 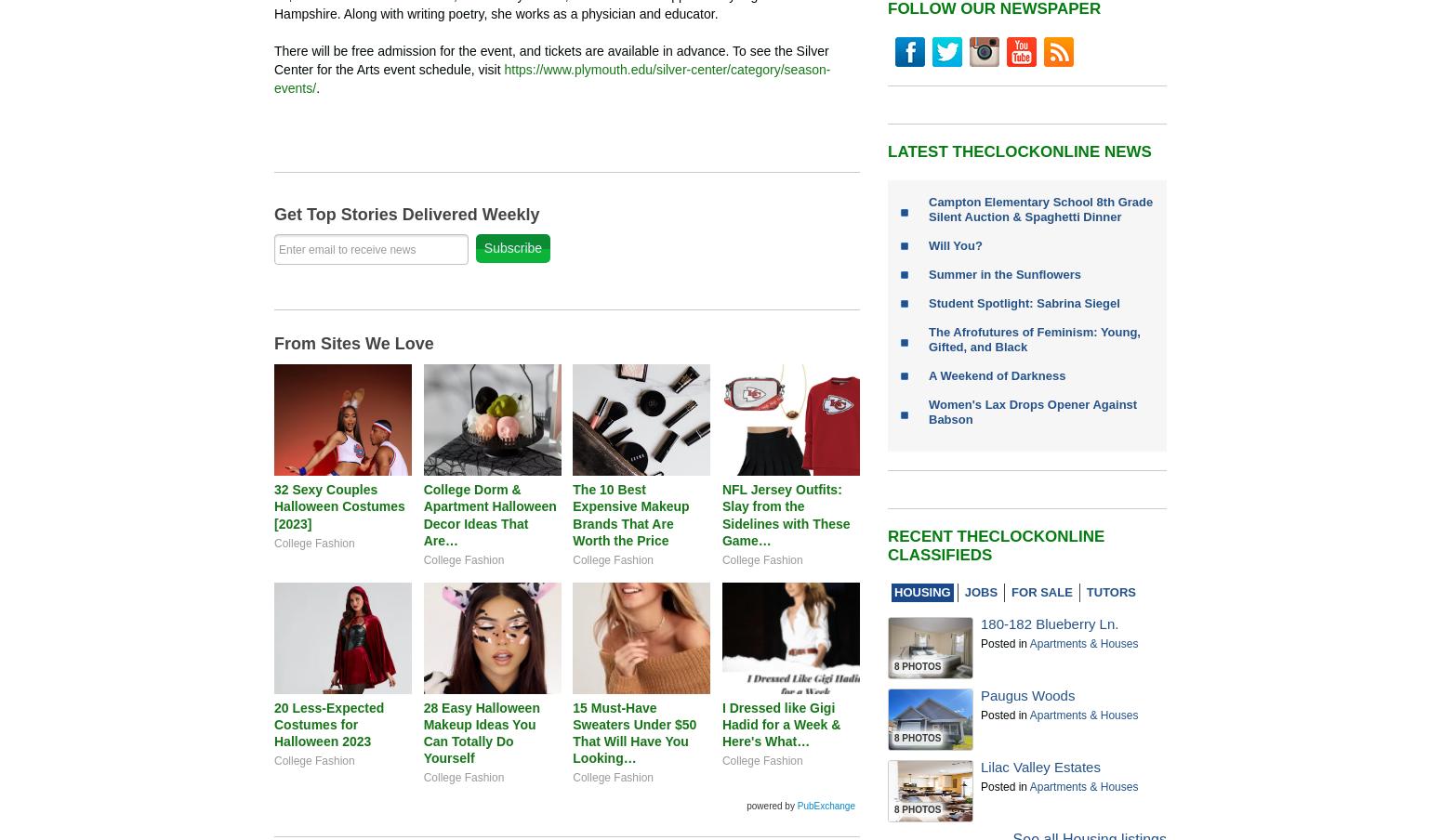 I want to click on 'PubExchange', so click(x=826, y=805).